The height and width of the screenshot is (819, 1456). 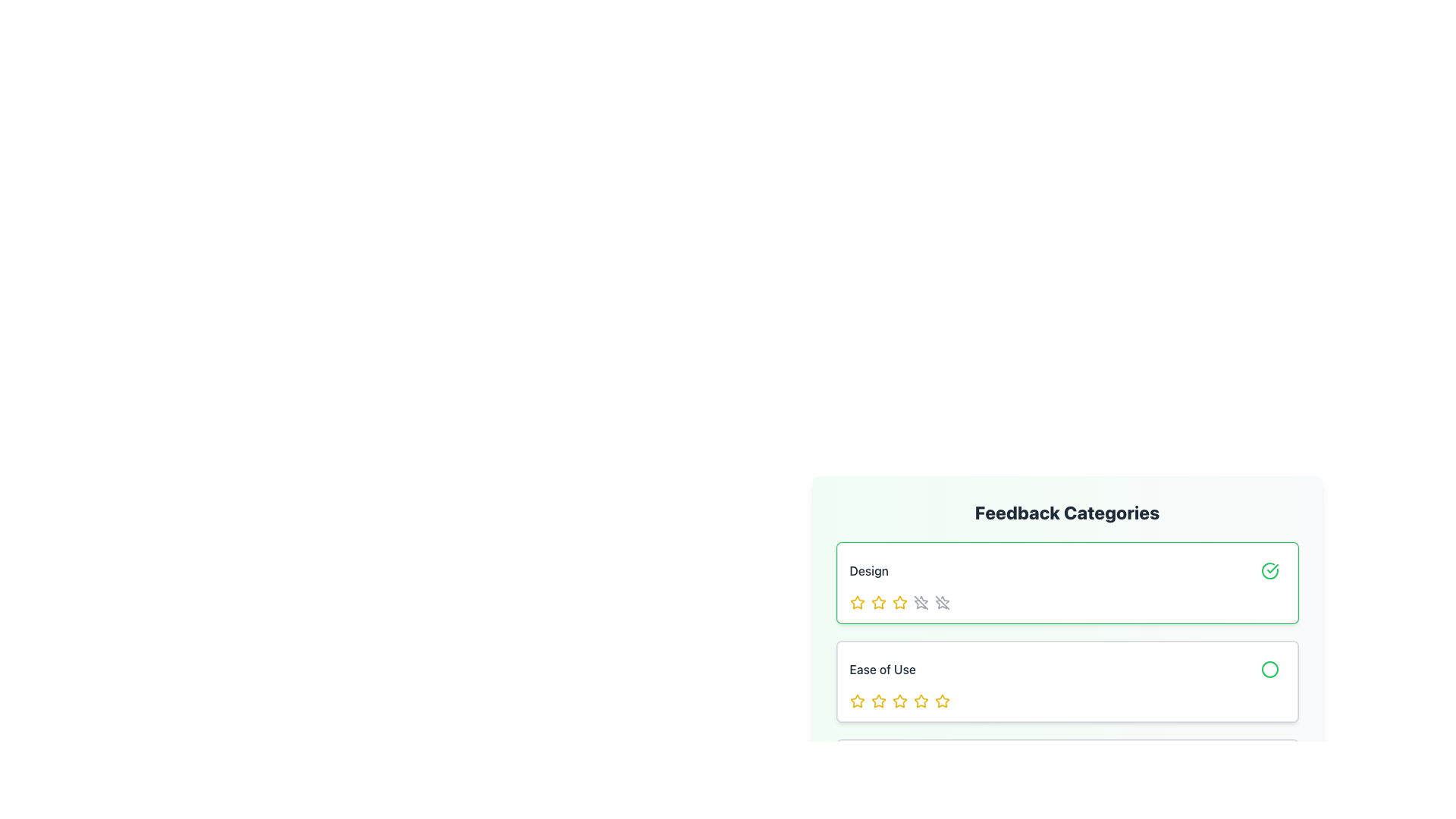 What do you see at coordinates (899, 701) in the screenshot?
I see `the third interactive star icon in the 'Ease of Use' feedback section` at bounding box center [899, 701].